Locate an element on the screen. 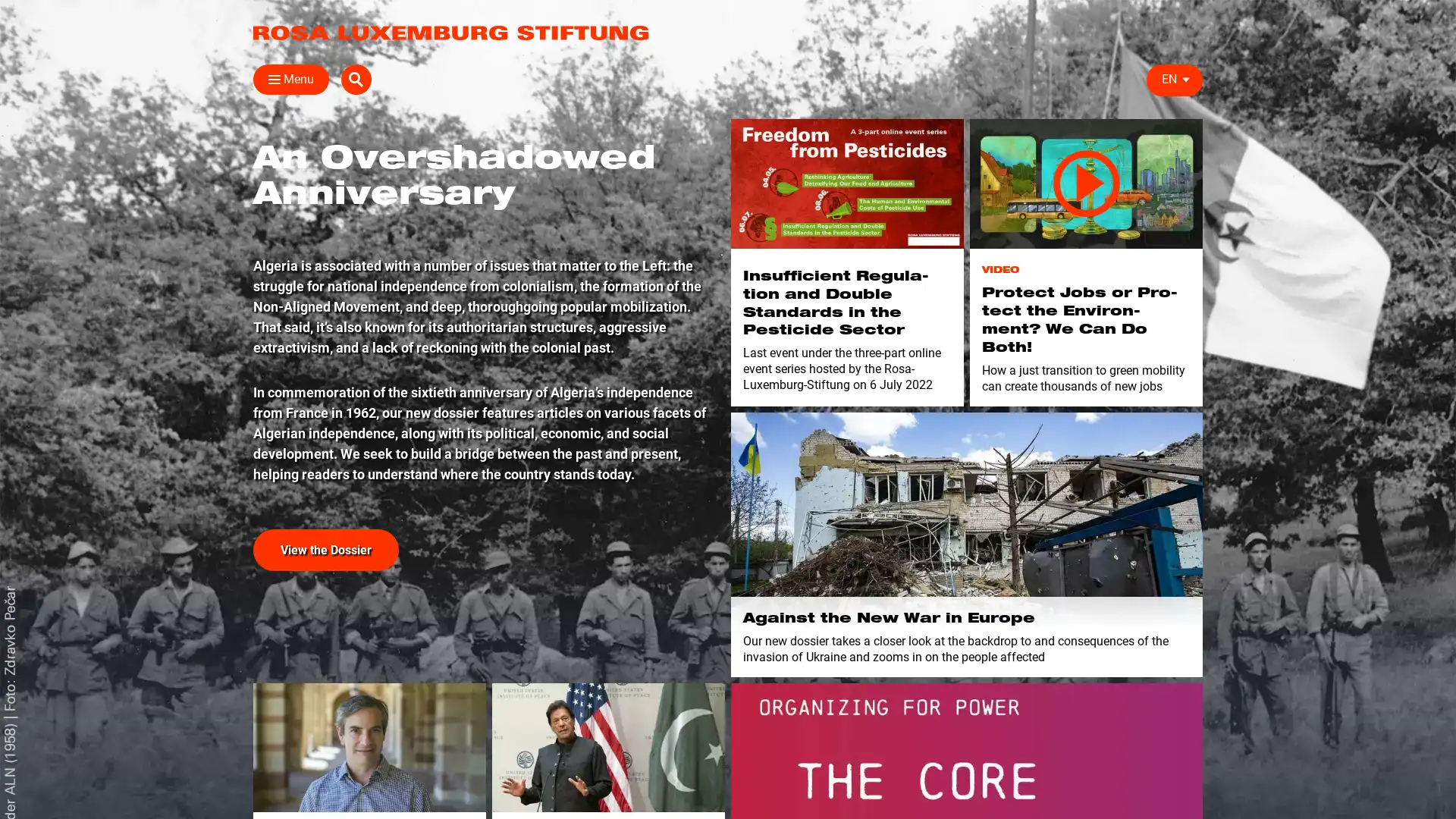 This screenshot has width=1456, height=819. Search is located at coordinates (971, 115).